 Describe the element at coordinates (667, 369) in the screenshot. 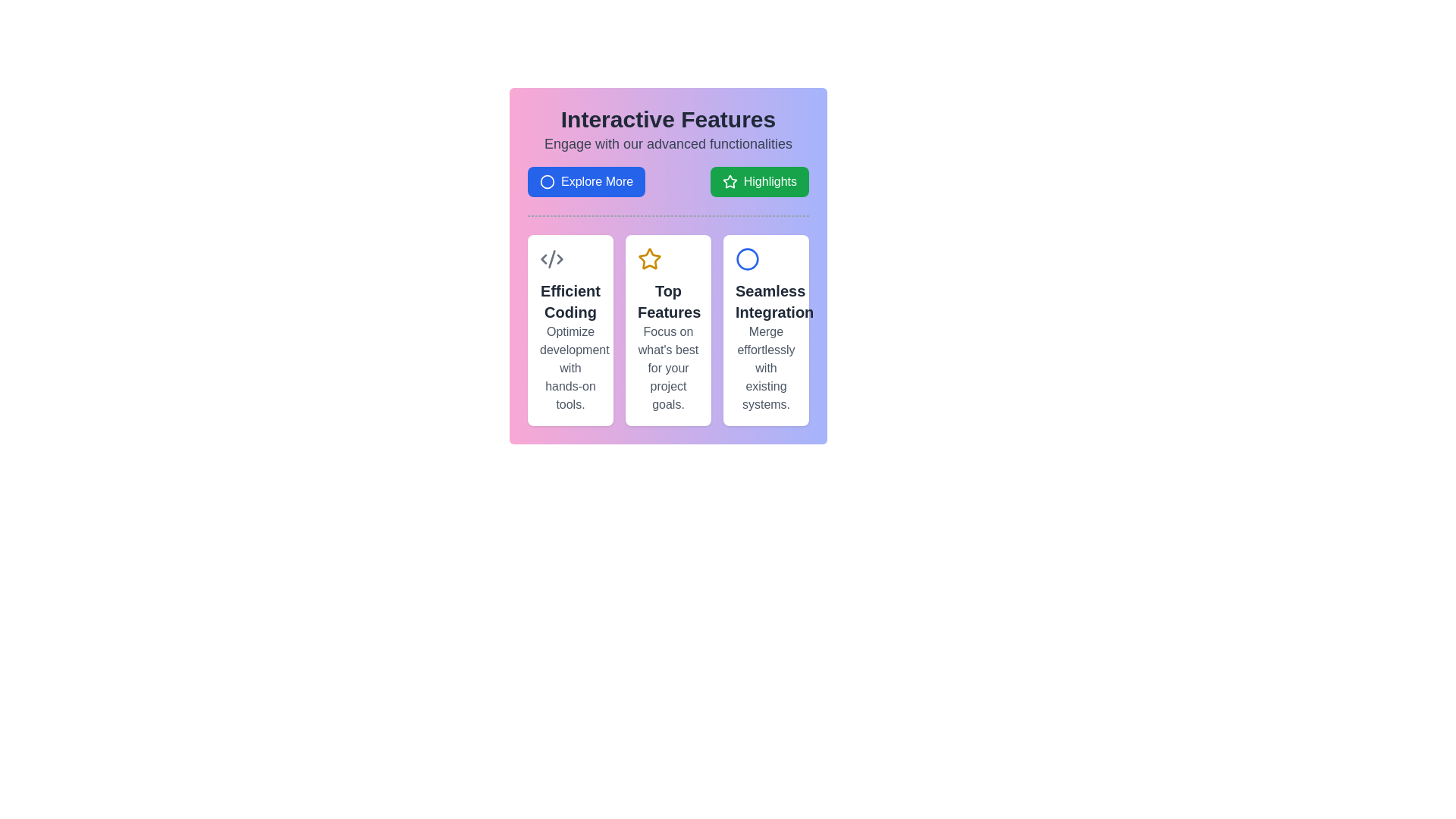

I see `text element displaying the phrase 'Focus on what's best for your project goals.' which is styled in gray and located below the bold title 'Top Features.'` at that location.